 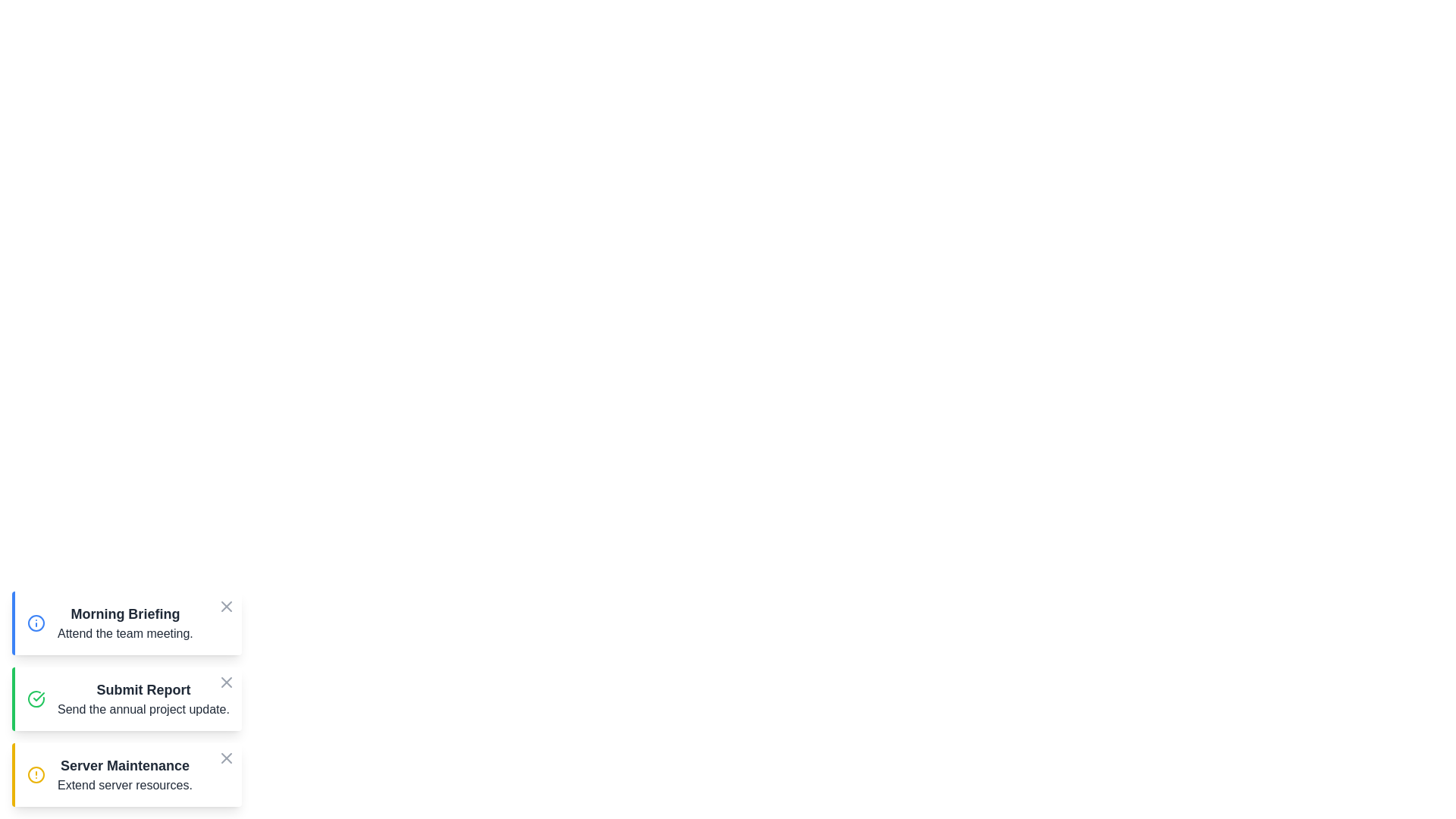 What do you see at coordinates (36, 623) in the screenshot?
I see `the Informational Icon located on the left side of the 'Morning Briefing' row, which symbolizes additional information related to the content` at bounding box center [36, 623].